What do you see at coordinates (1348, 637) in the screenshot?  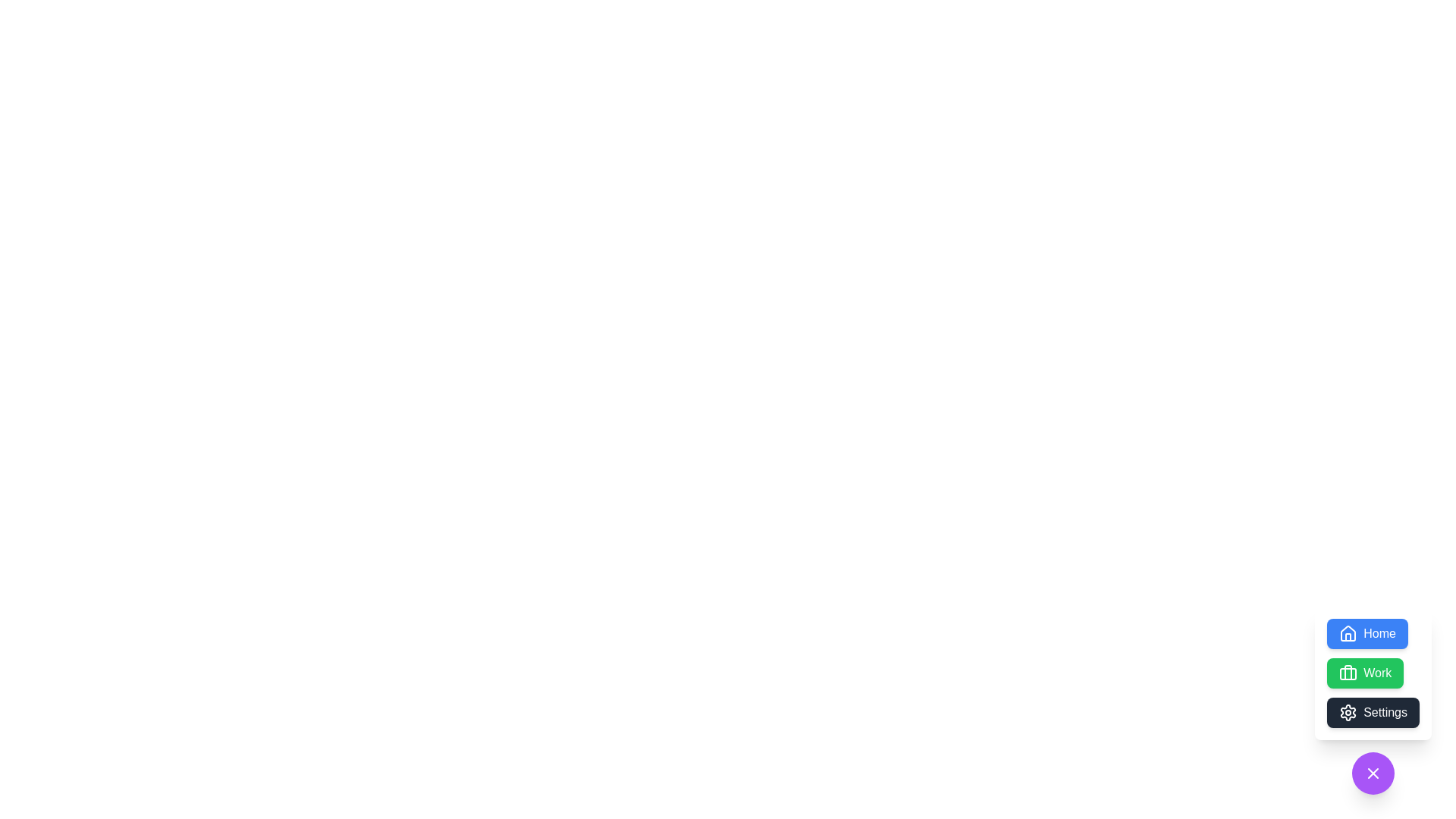 I see `the lower vertical rectangle of the house icon in the SVG graphic, which symbolizes the entrance to the house, located centrally below the triangular roof structure` at bounding box center [1348, 637].